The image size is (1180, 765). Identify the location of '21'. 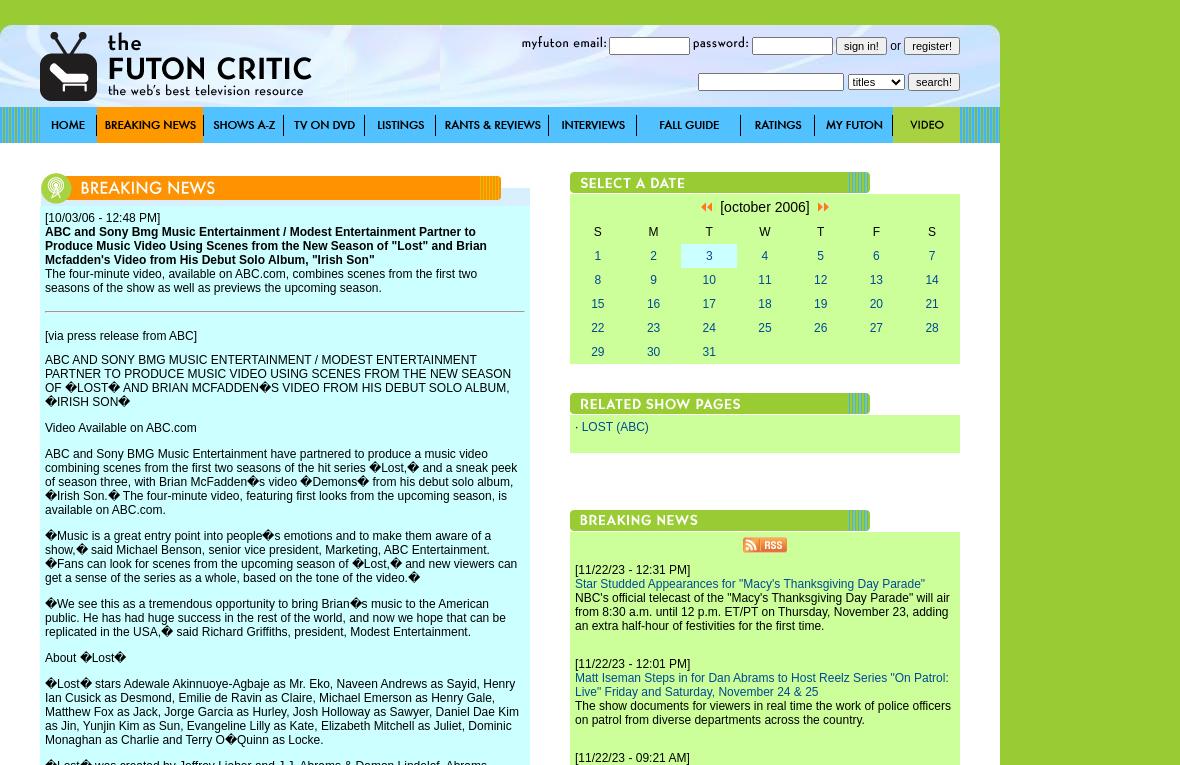
(930, 304).